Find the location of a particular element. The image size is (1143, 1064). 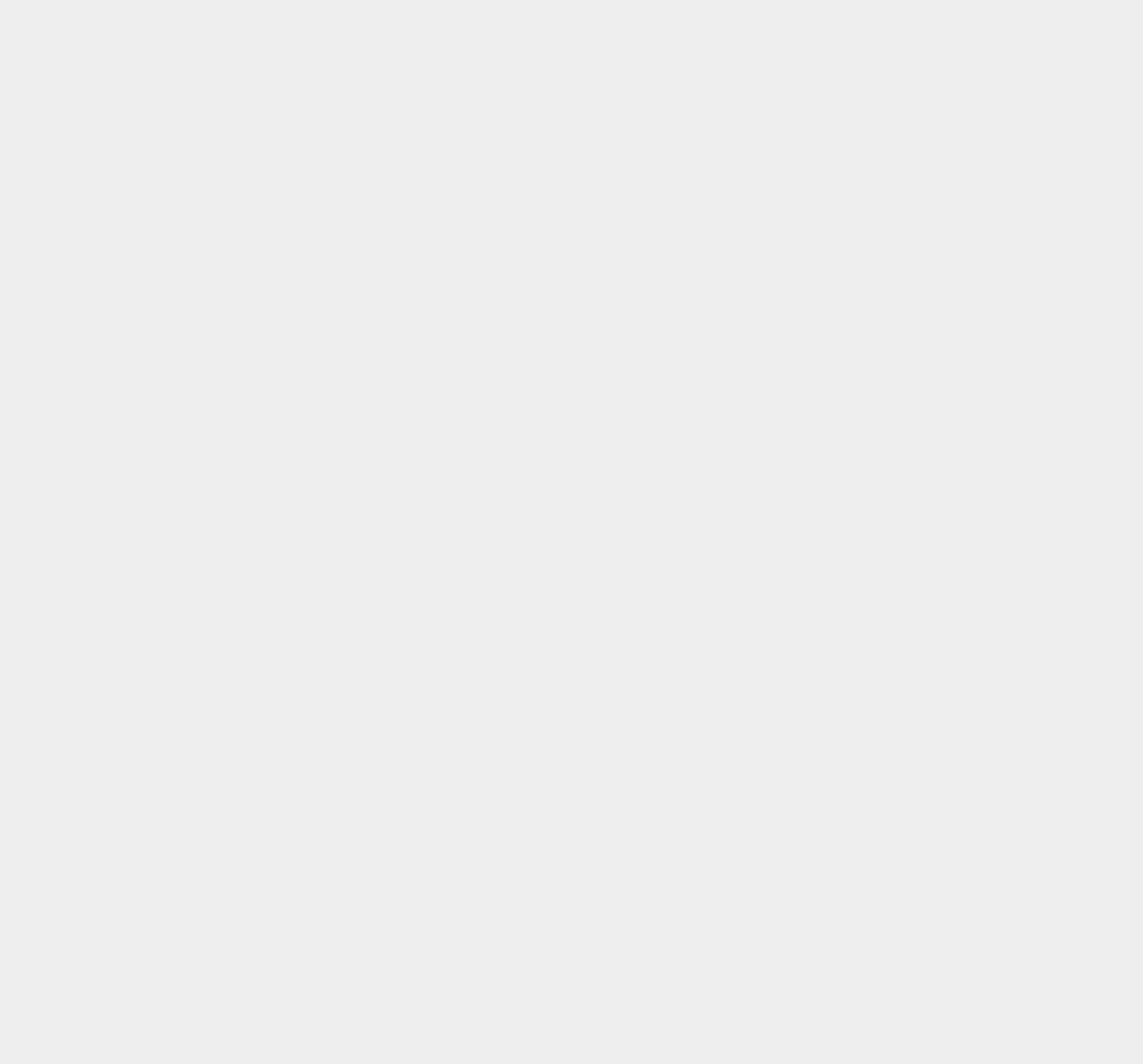

'Business' is located at coordinates (834, 453).